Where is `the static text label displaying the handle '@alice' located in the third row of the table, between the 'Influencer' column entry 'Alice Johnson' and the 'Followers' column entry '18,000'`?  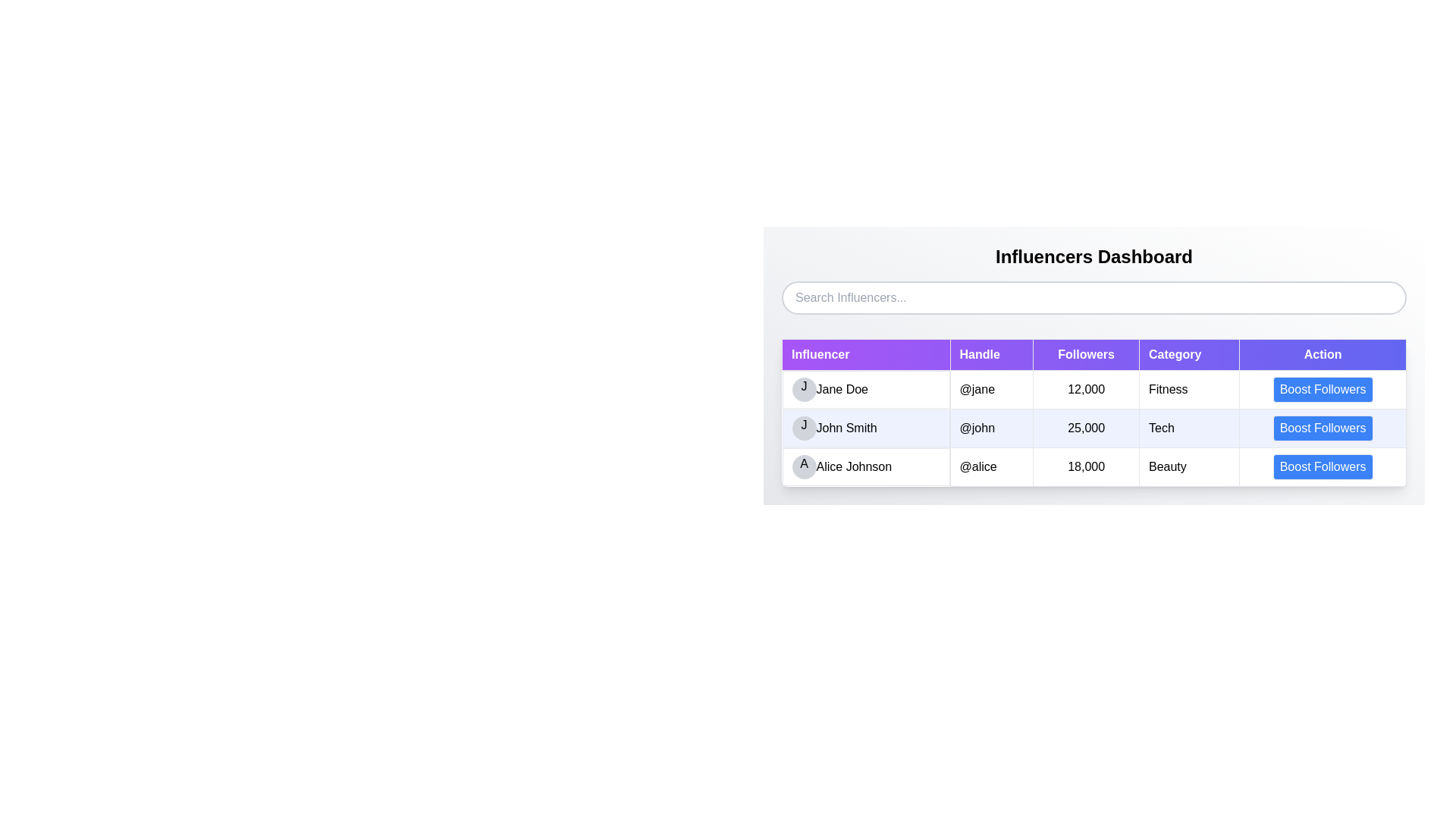
the static text label displaying the handle '@alice' located in the third row of the table, between the 'Influencer' column entry 'Alice Johnson' and the 'Followers' column entry '18,000' is located at coordinates (991, 466).